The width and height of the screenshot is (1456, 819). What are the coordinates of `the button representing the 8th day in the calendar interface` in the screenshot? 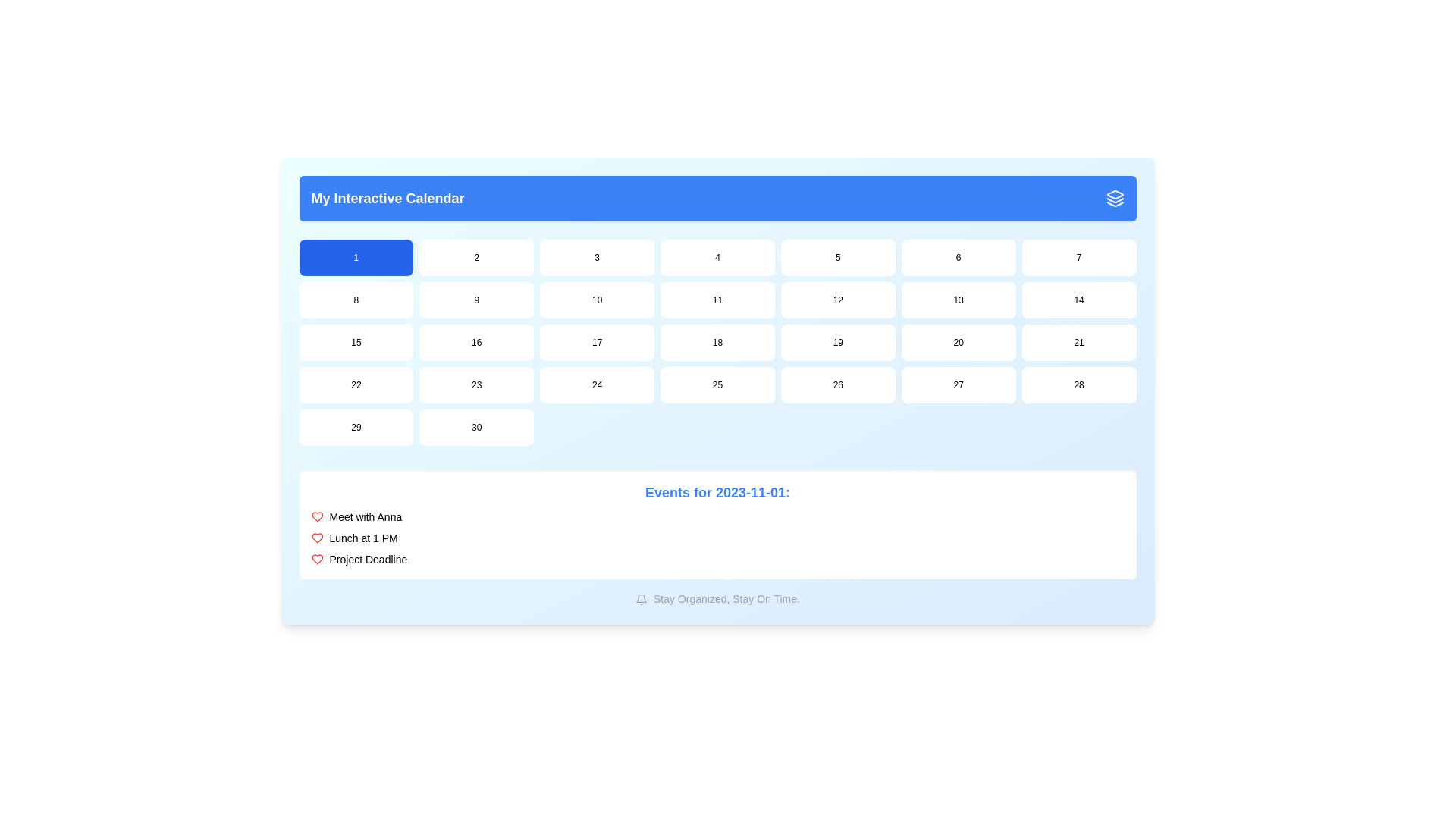 It's located at (355, 300).